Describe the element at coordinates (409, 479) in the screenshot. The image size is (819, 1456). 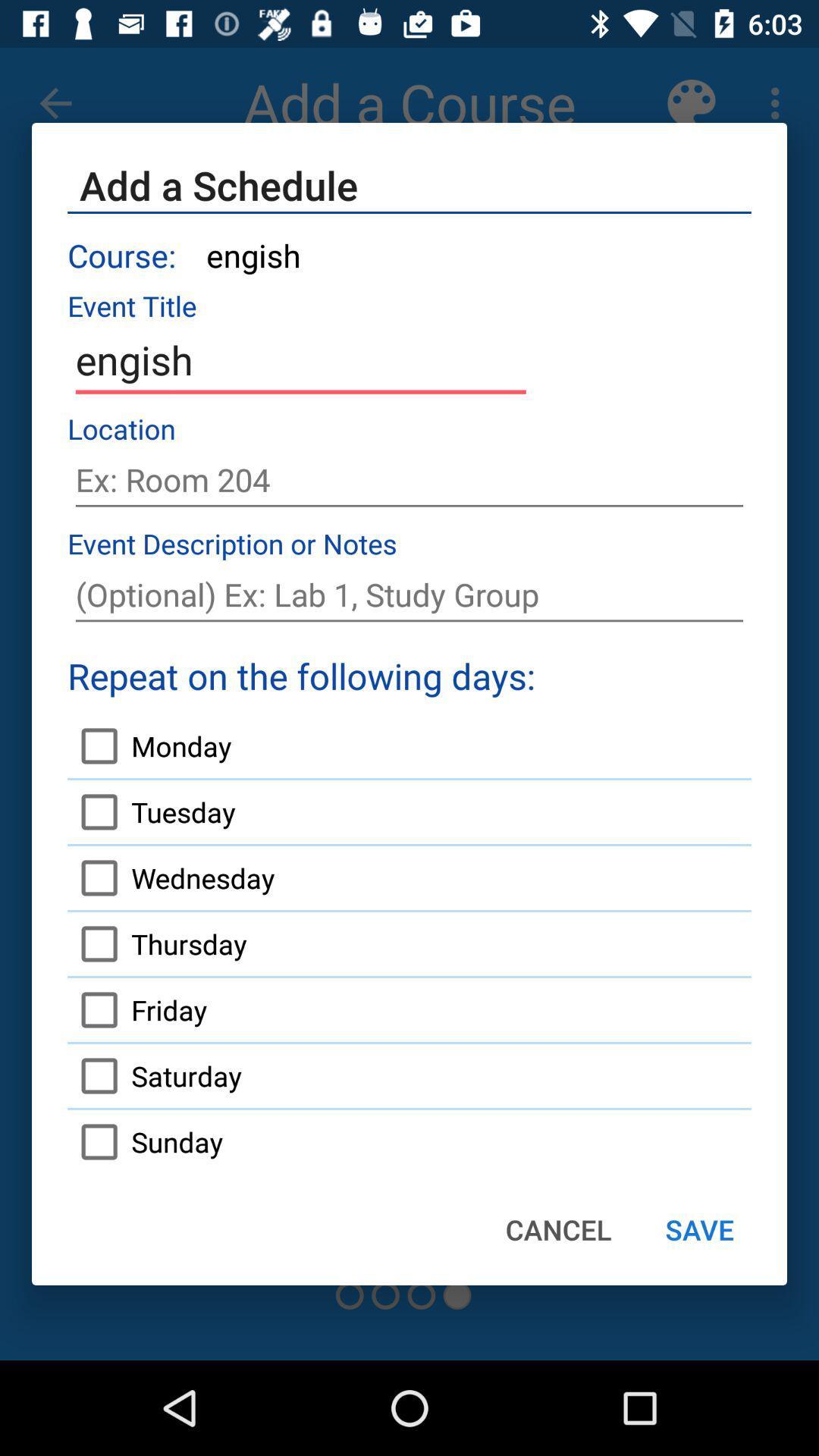
I see `text box to add schedule location` at that location.